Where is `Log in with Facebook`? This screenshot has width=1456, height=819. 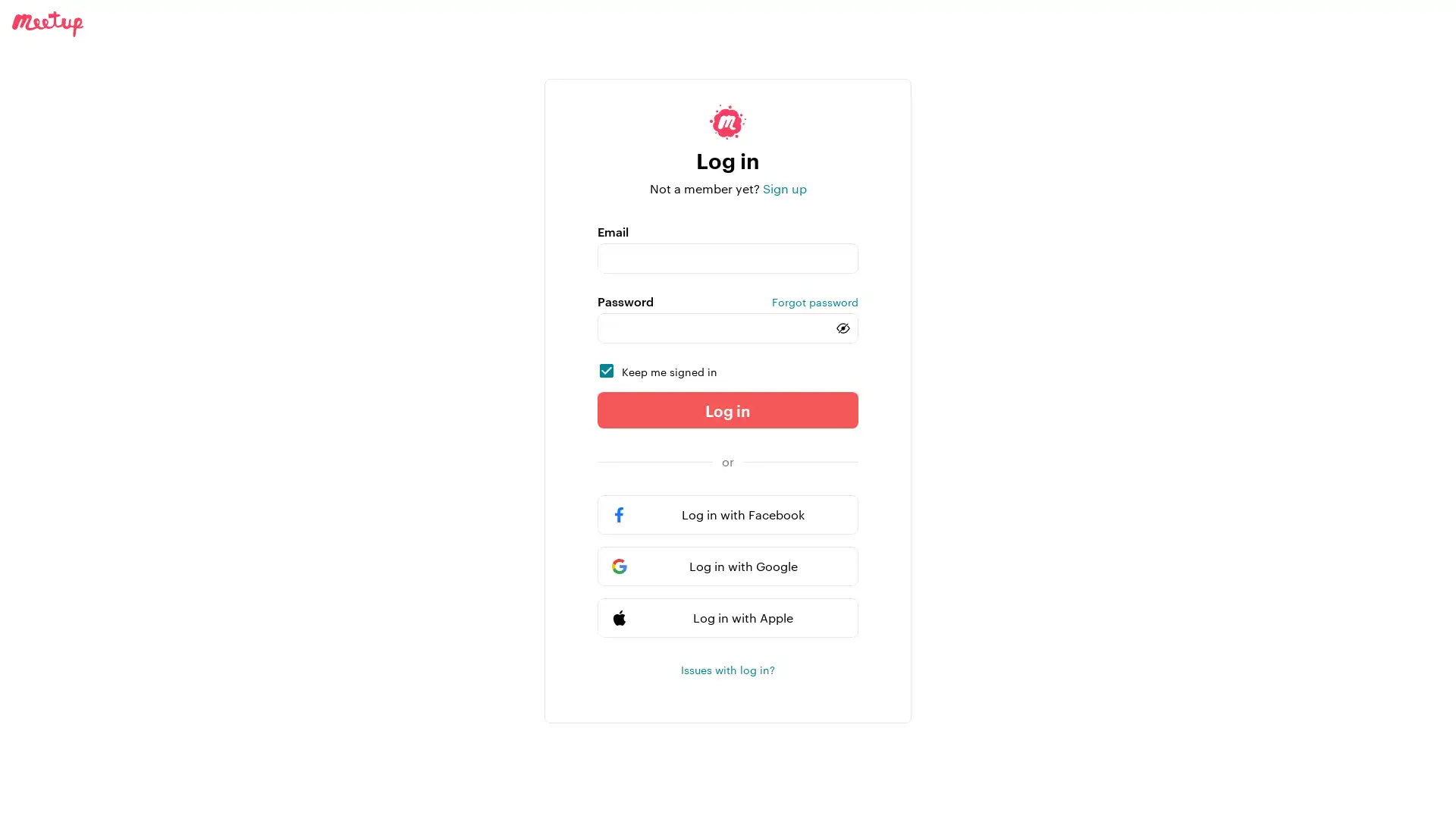 Log in with Facebook is located at coordinates (728, 513).